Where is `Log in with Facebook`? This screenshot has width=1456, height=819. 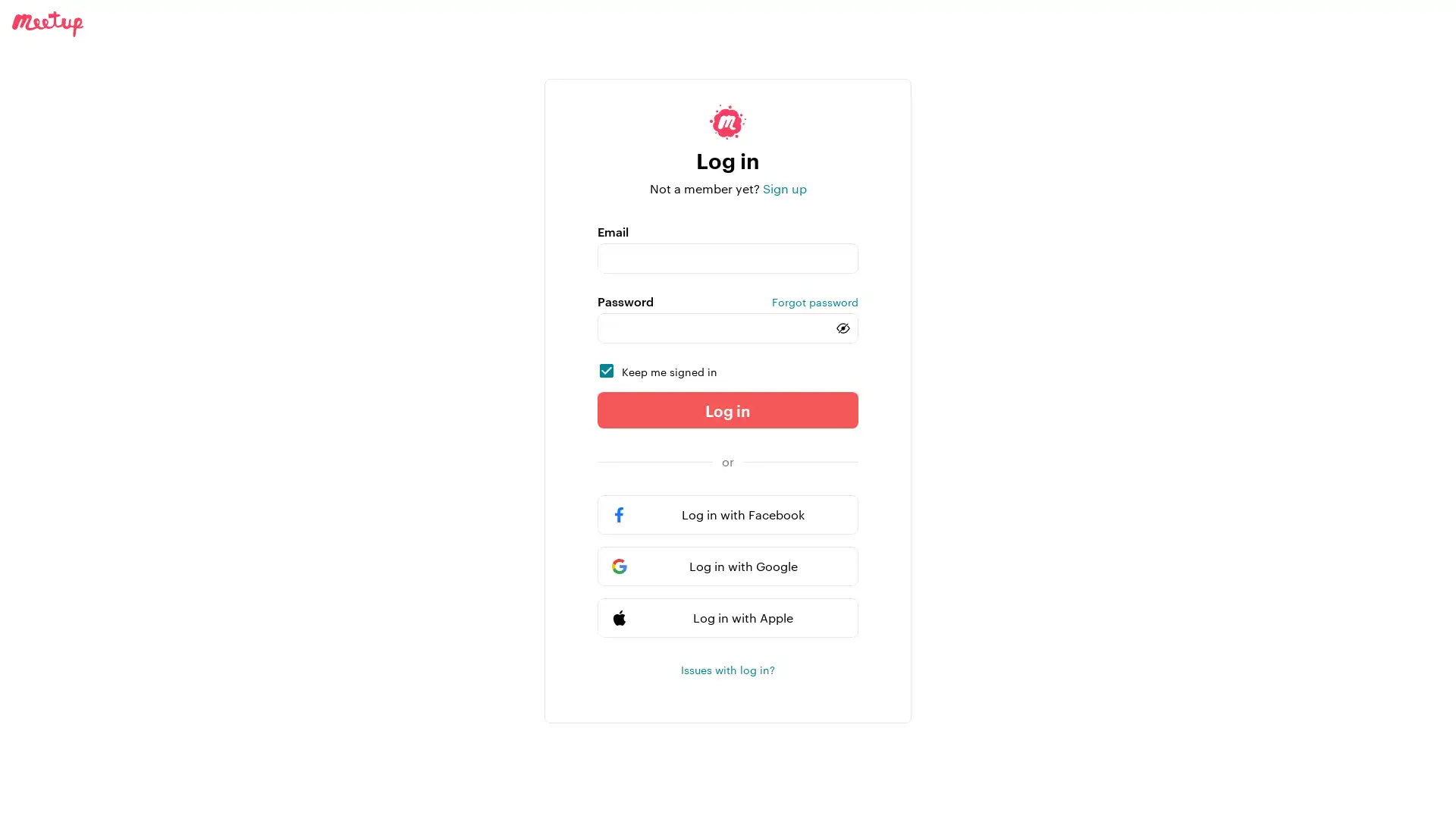 Log in with Facebook is located at coordinates (728, 513).